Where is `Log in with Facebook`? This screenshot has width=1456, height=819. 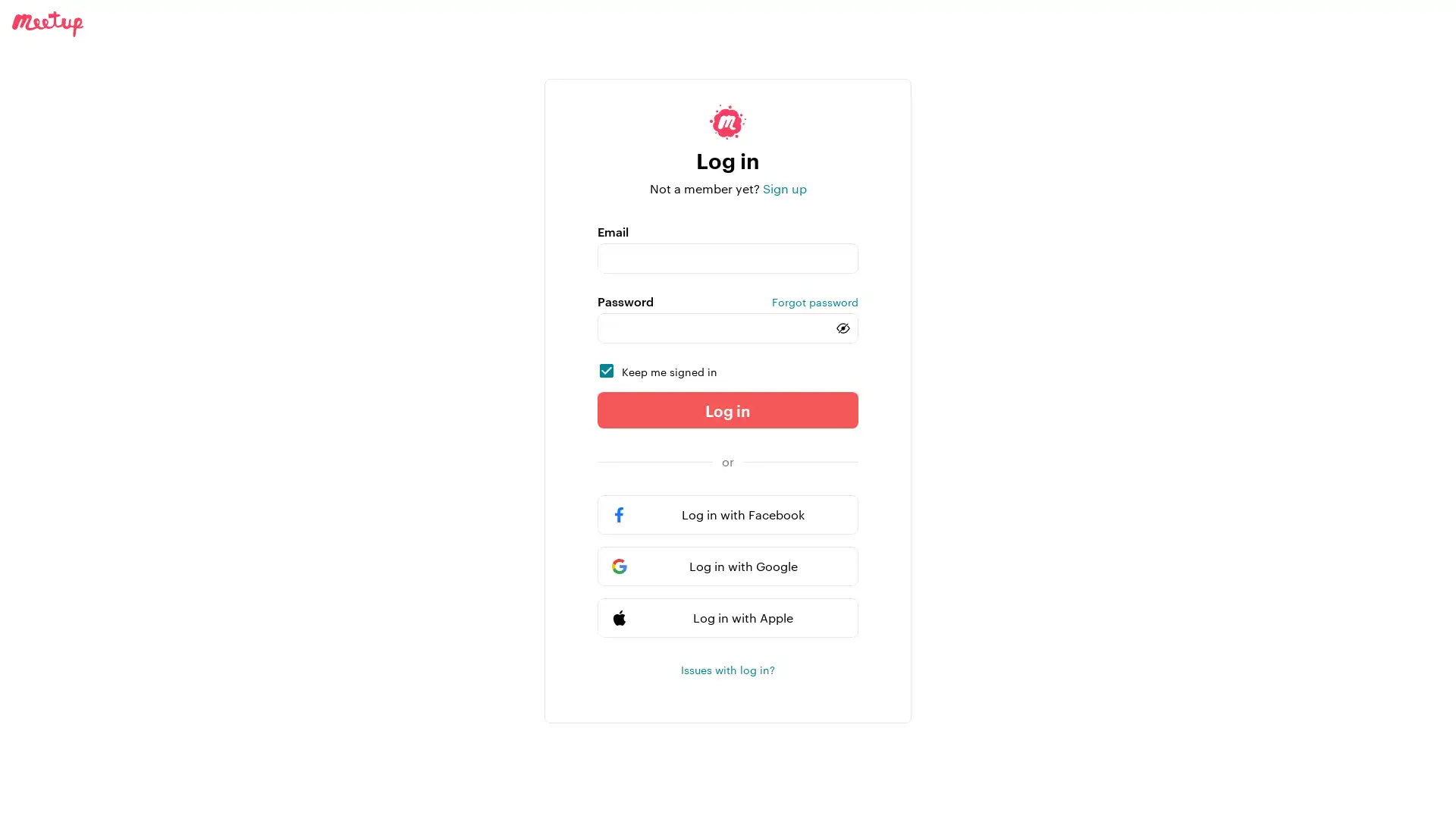 Log in with Facebook is located at coordinates (728, 513).